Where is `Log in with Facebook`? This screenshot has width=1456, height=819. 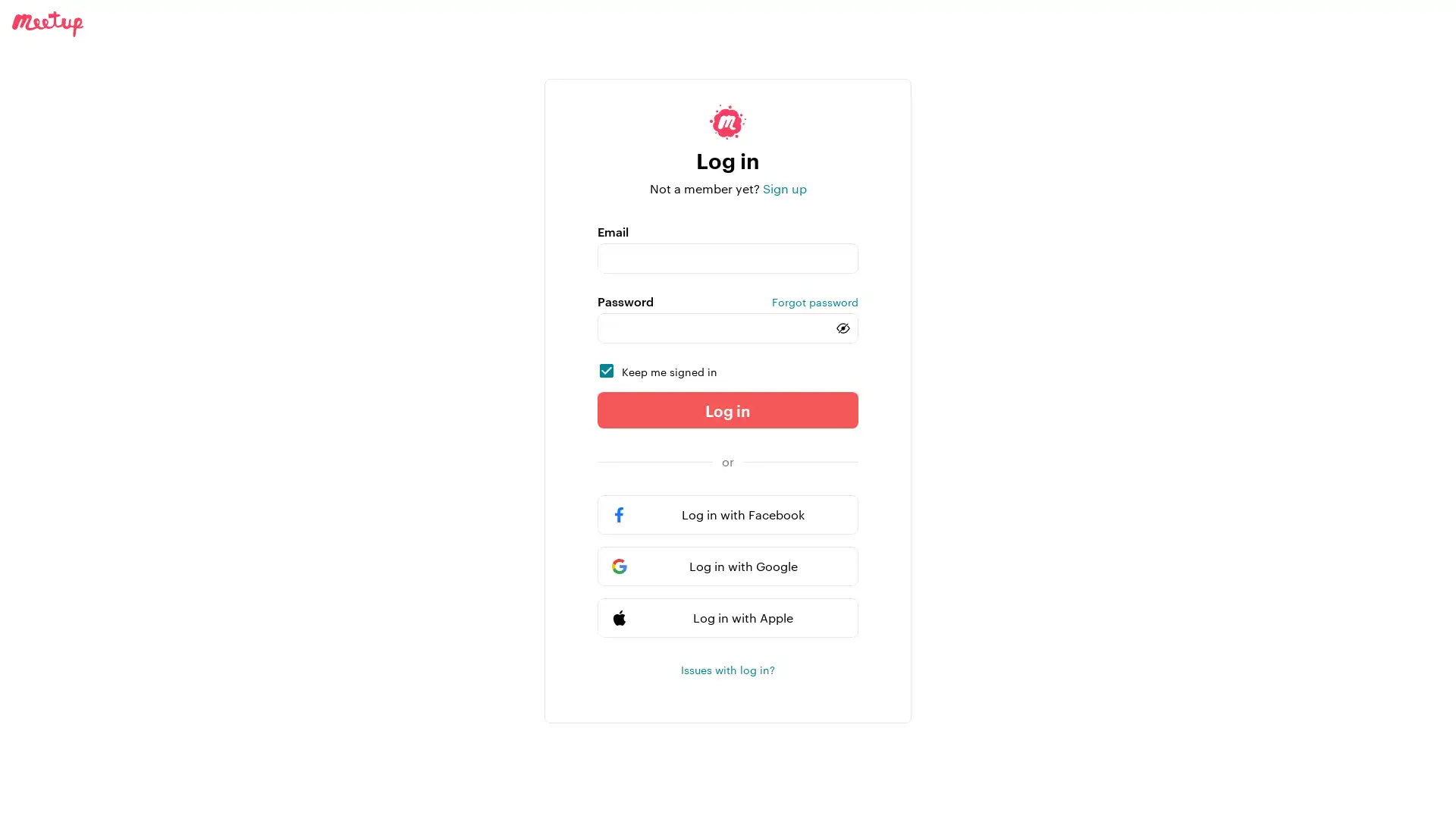 Log in with Facebook is located at coordinates (728, 513).